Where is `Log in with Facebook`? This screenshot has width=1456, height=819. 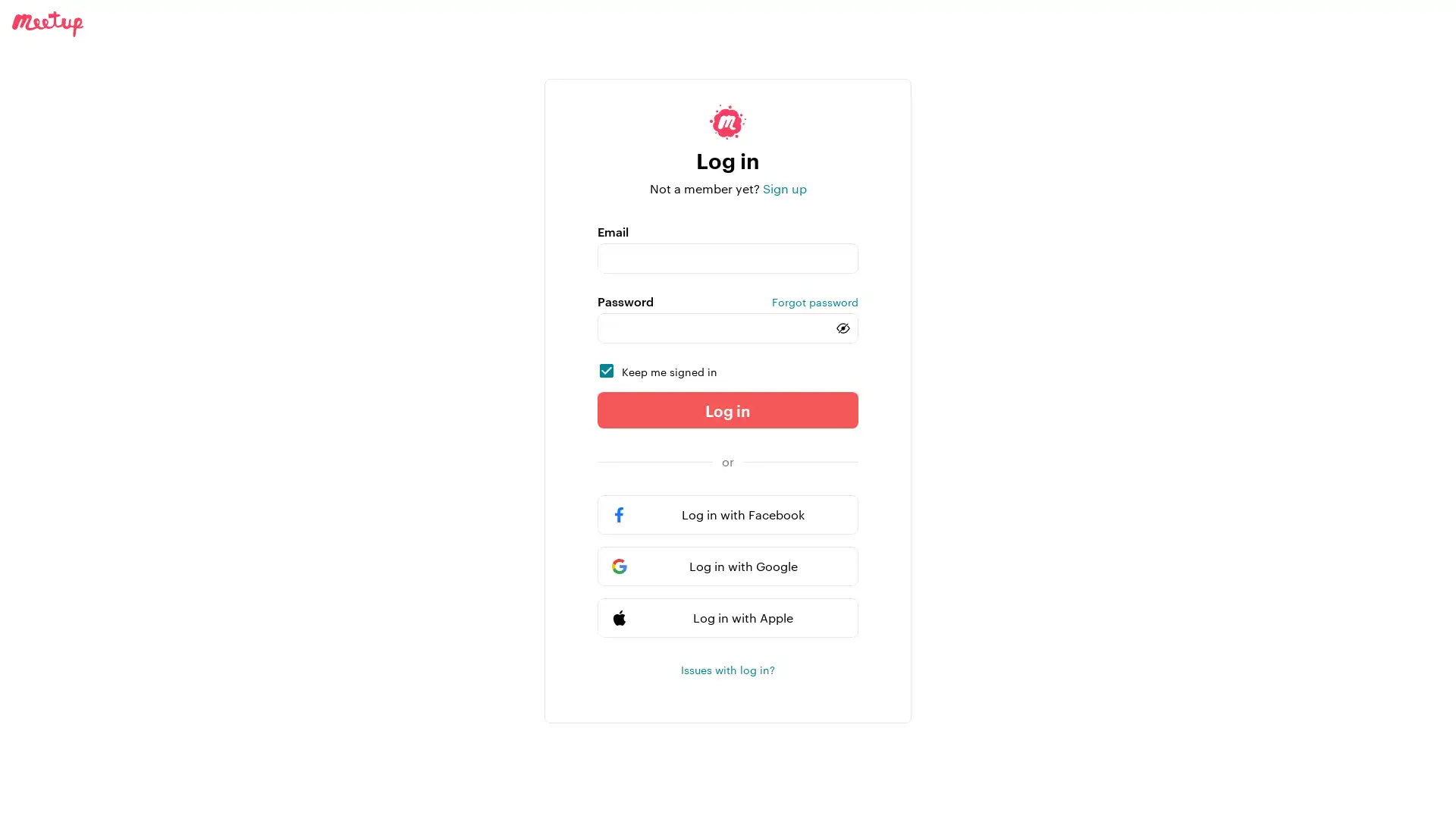 Log in with Facebook is located at coordinates (728, 513).